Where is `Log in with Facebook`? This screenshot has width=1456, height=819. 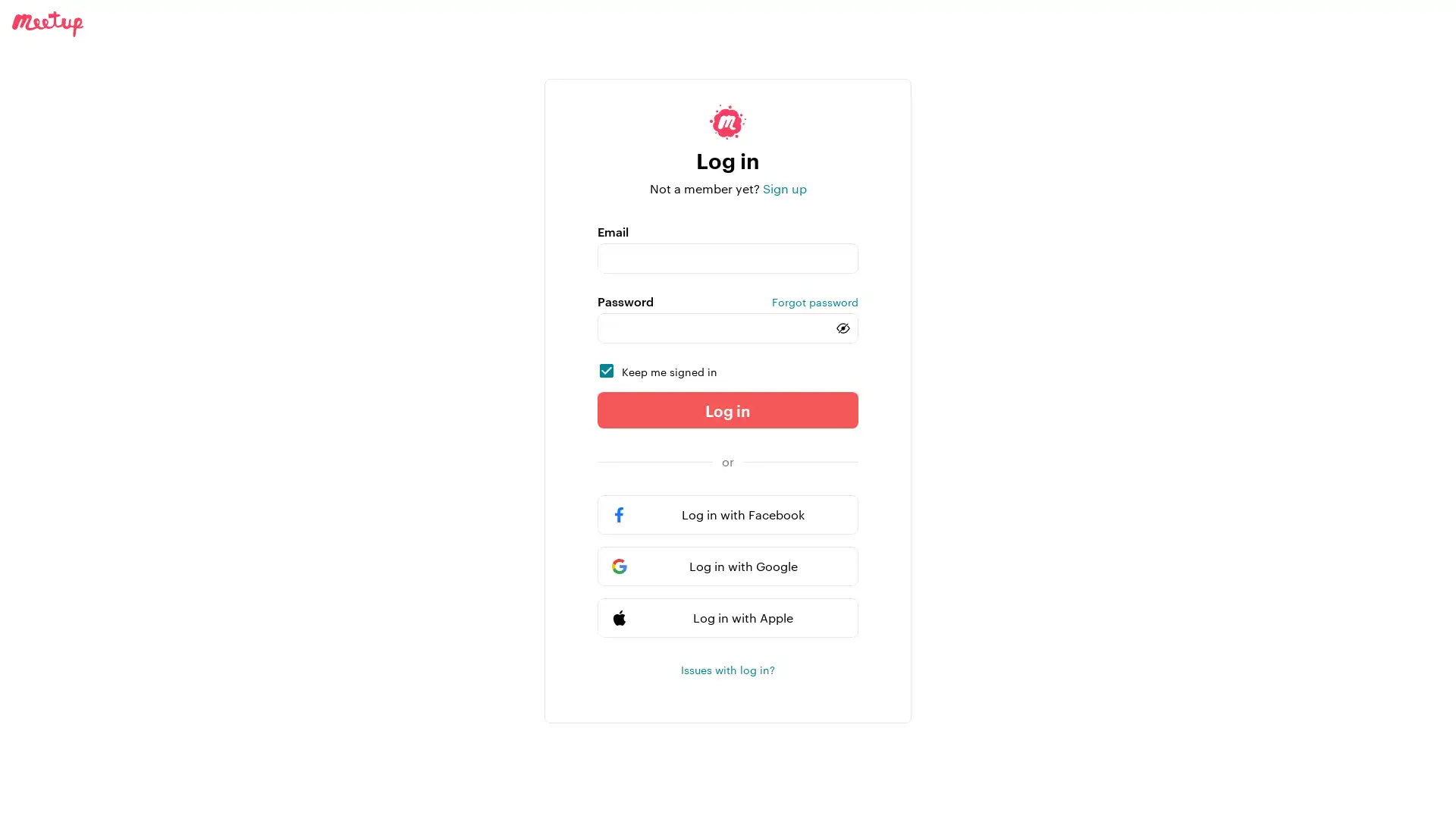 Log in with Facebook is located at coordinates (728, 513).